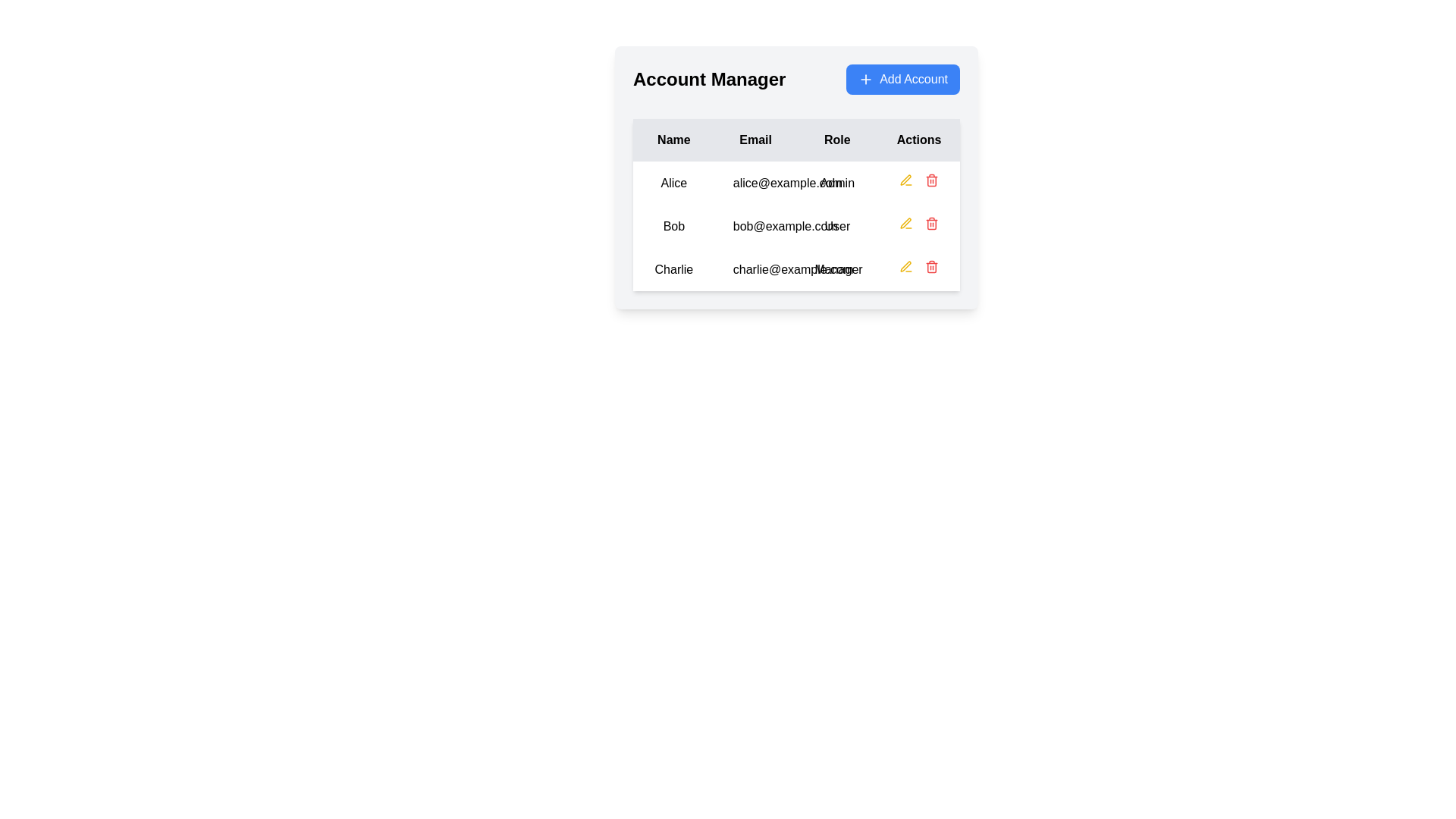 The height and width of the screenshot is (819, 1456). I want to click on the text label displaying 'Charlie' in the third row of the data table under the 'Name' column, so click(673, 268).